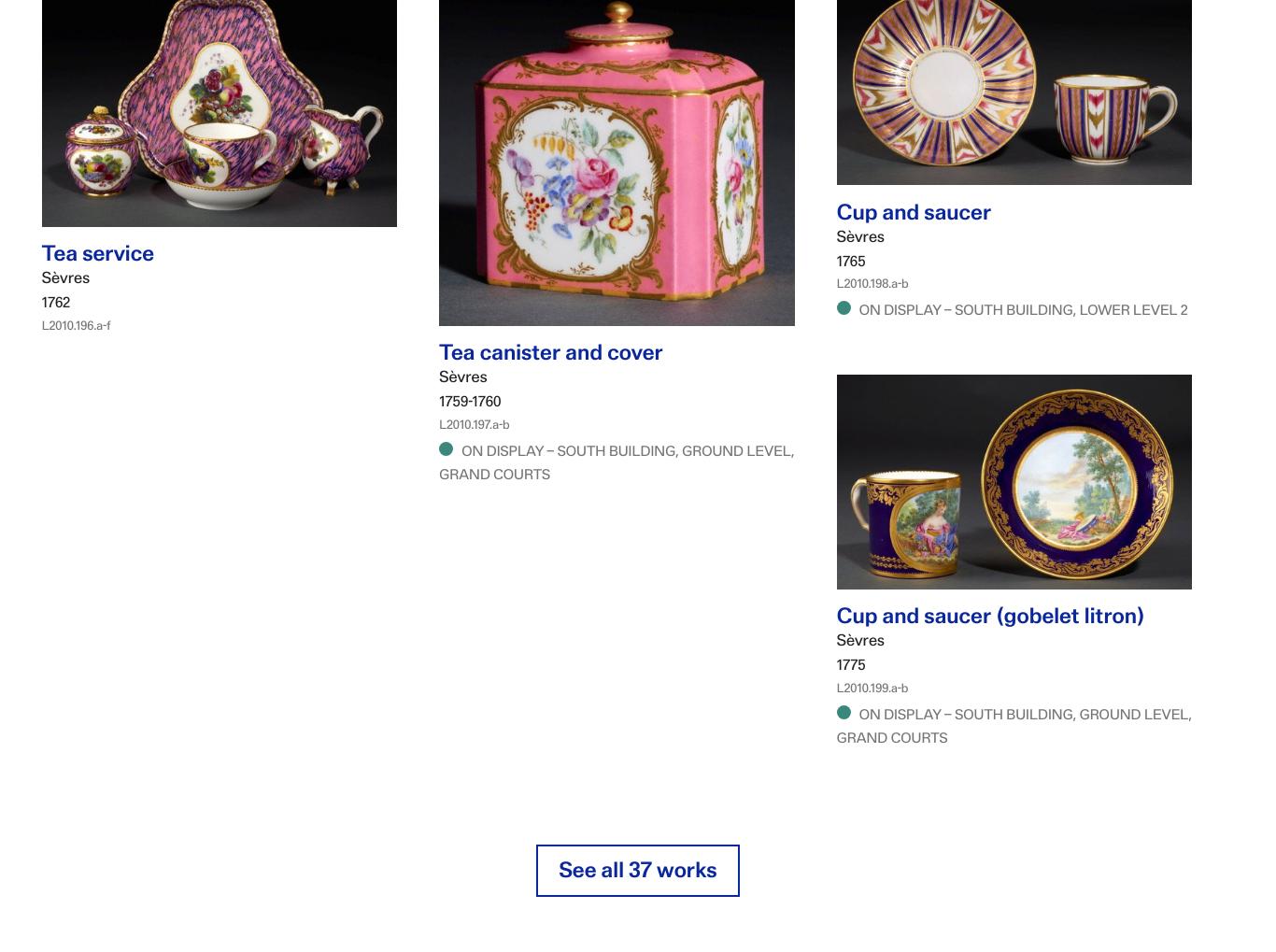 The height and width of the screenshot is (952, 1276). I want to click on 'L2010.199.a-b', so click(900, 703).